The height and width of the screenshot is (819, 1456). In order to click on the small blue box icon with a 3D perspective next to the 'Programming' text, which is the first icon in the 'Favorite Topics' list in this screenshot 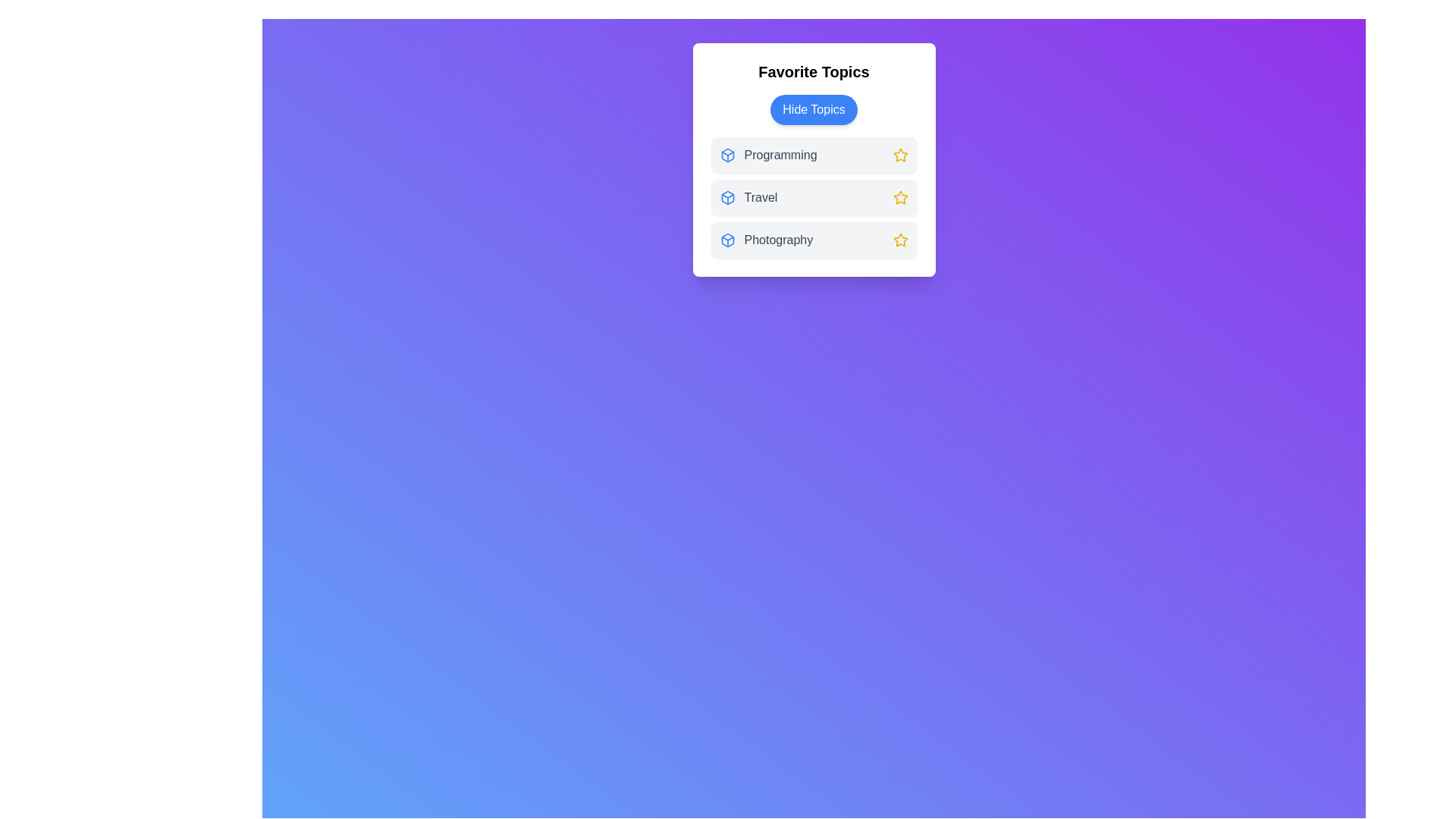, I will do `click(726, 155)`.